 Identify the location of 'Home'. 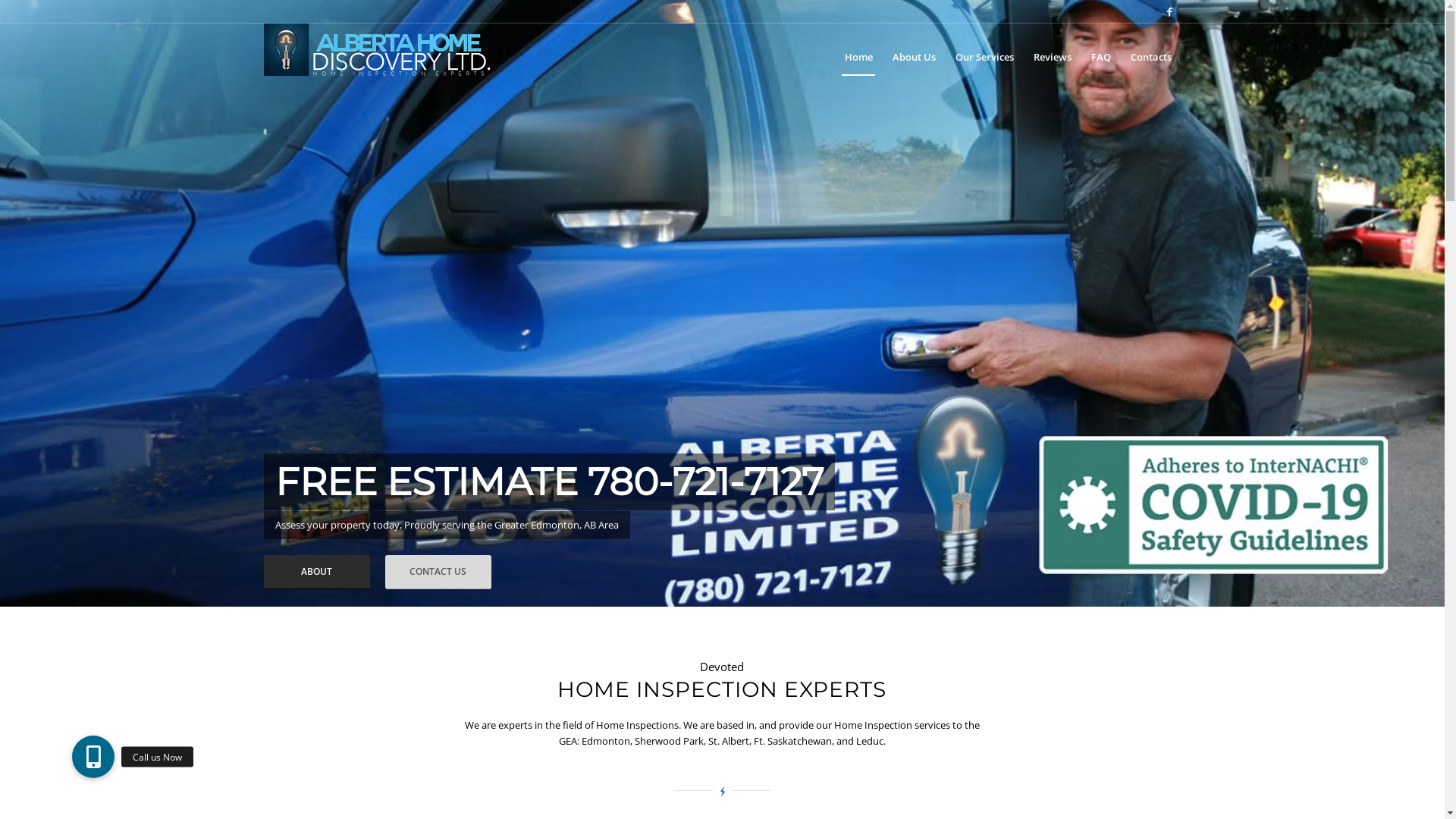
(858, 55).